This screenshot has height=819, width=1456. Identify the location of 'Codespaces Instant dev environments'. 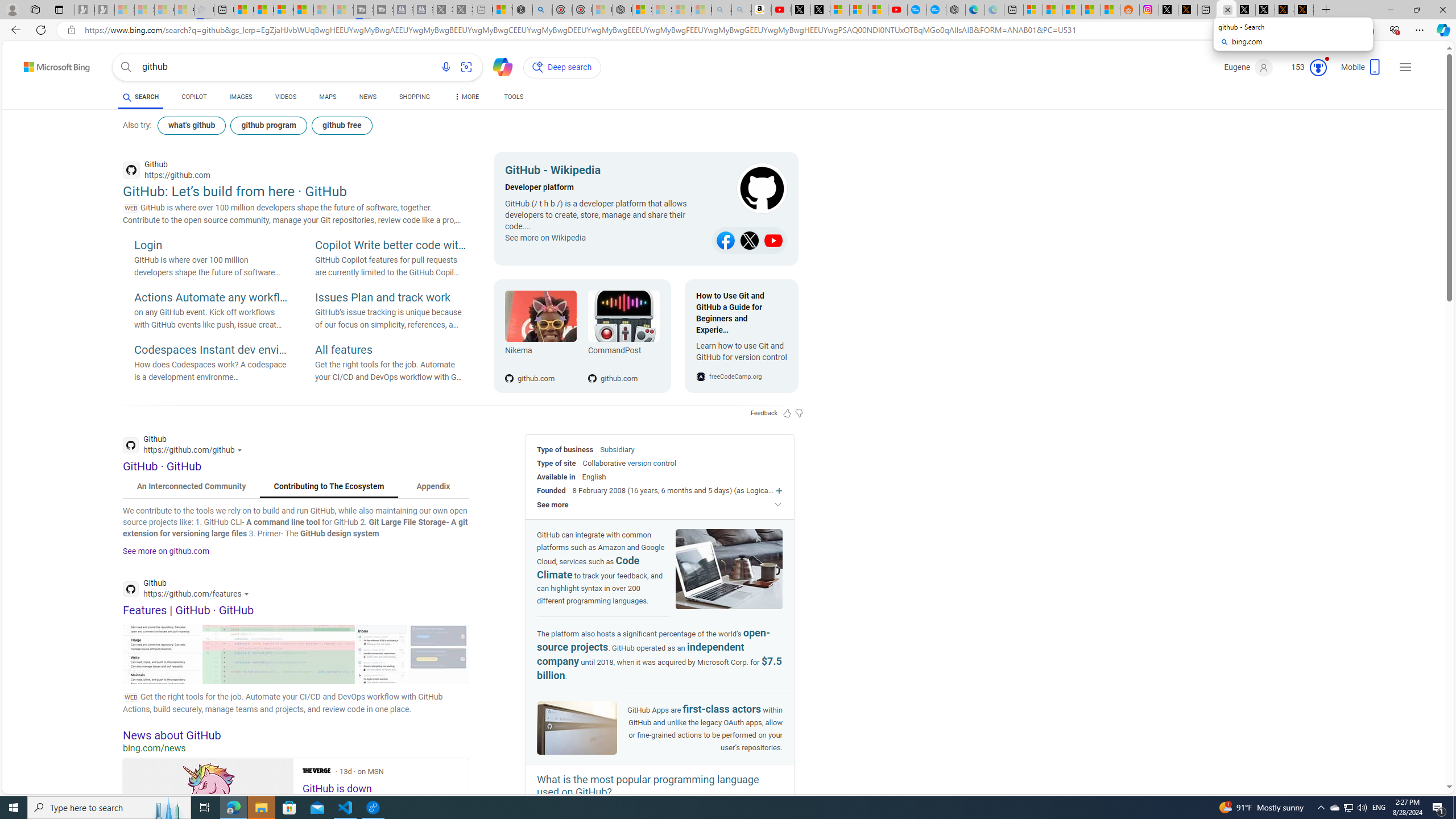
(210, 350).